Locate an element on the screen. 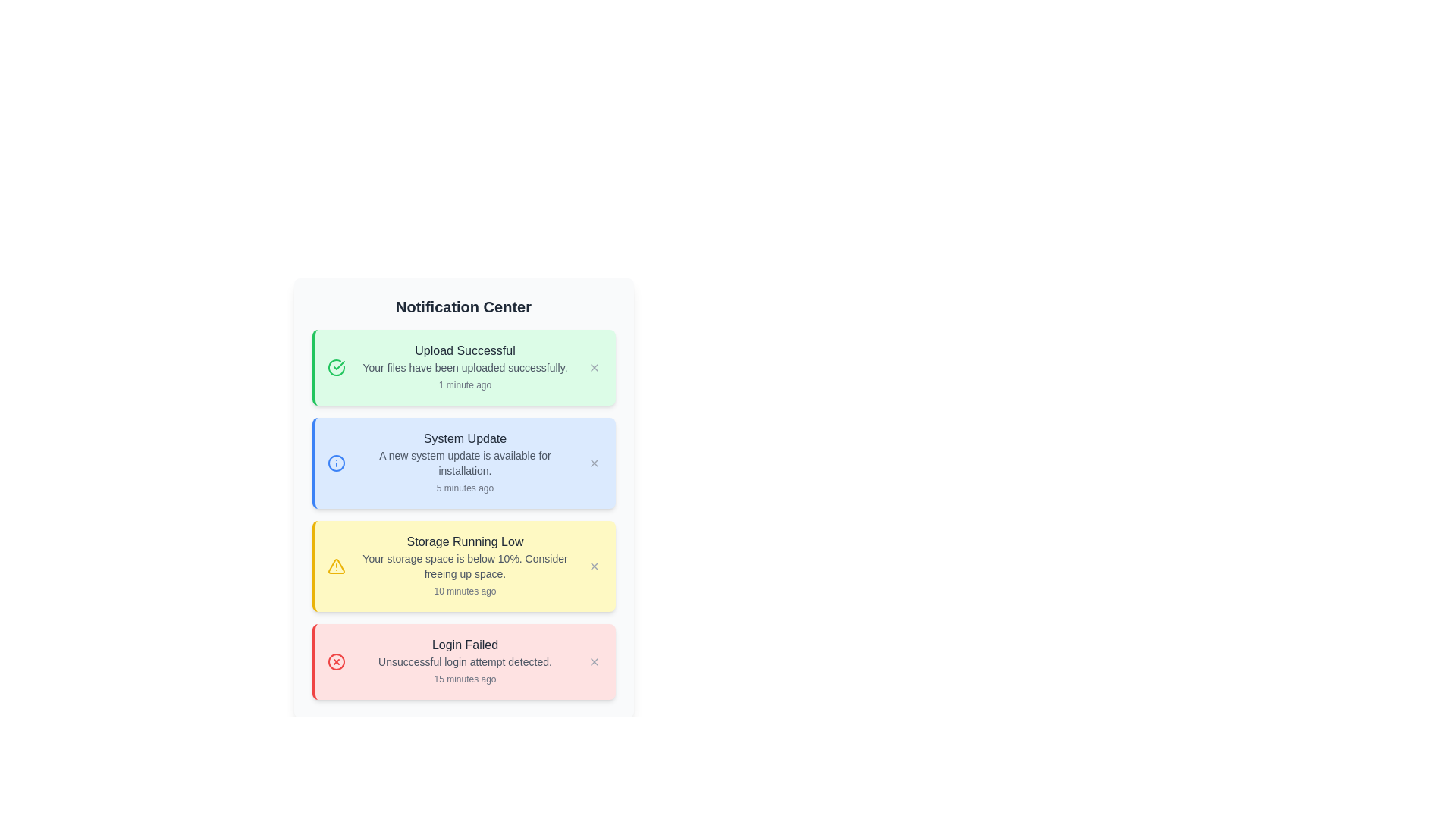  static text that says 'A new system update is available for installation.' located within the notification card titled 'System Update.' is located at coordinates (464, 462).